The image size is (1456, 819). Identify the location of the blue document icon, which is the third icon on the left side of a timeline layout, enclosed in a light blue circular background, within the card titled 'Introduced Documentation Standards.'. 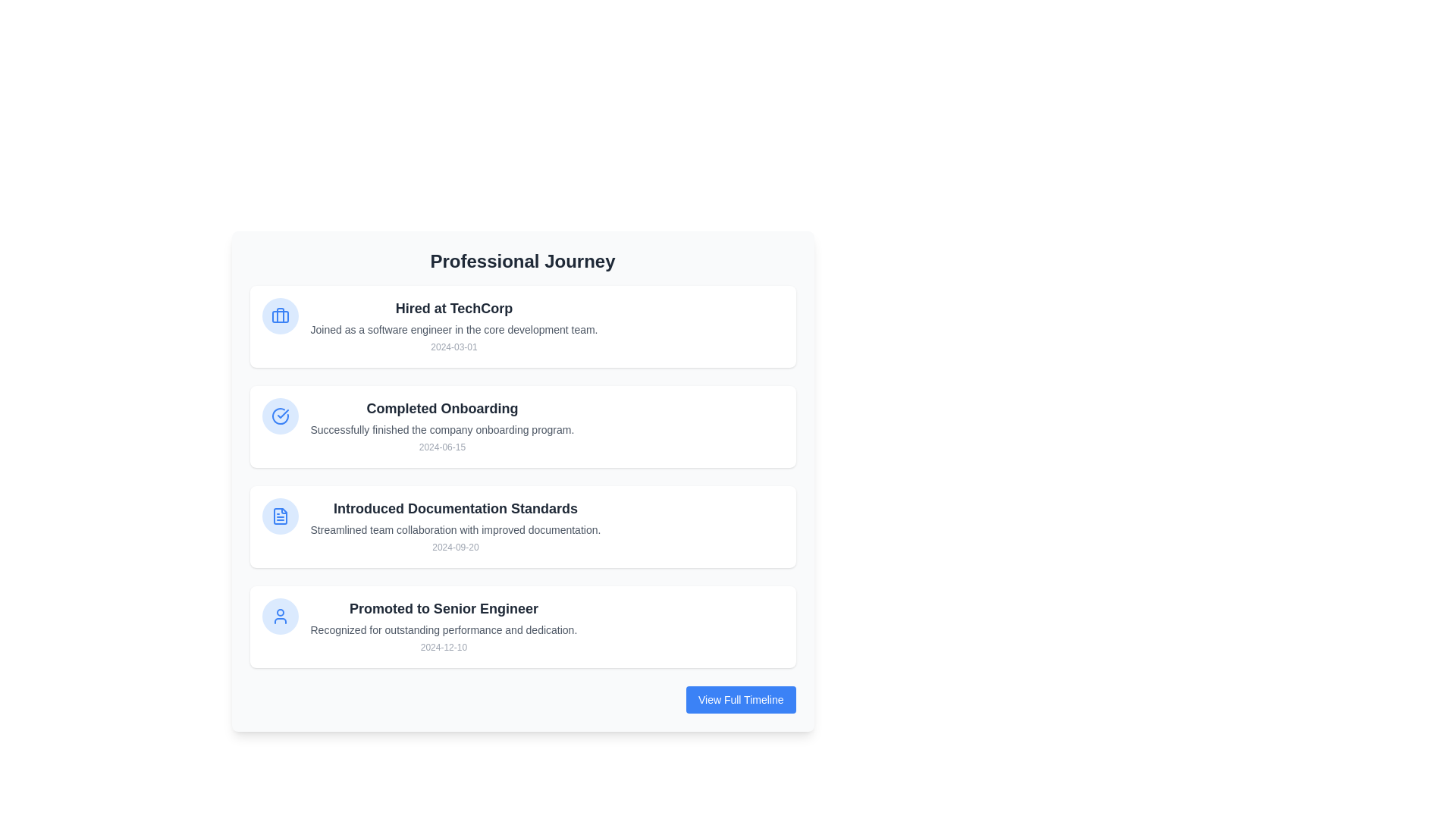
(280, 516).